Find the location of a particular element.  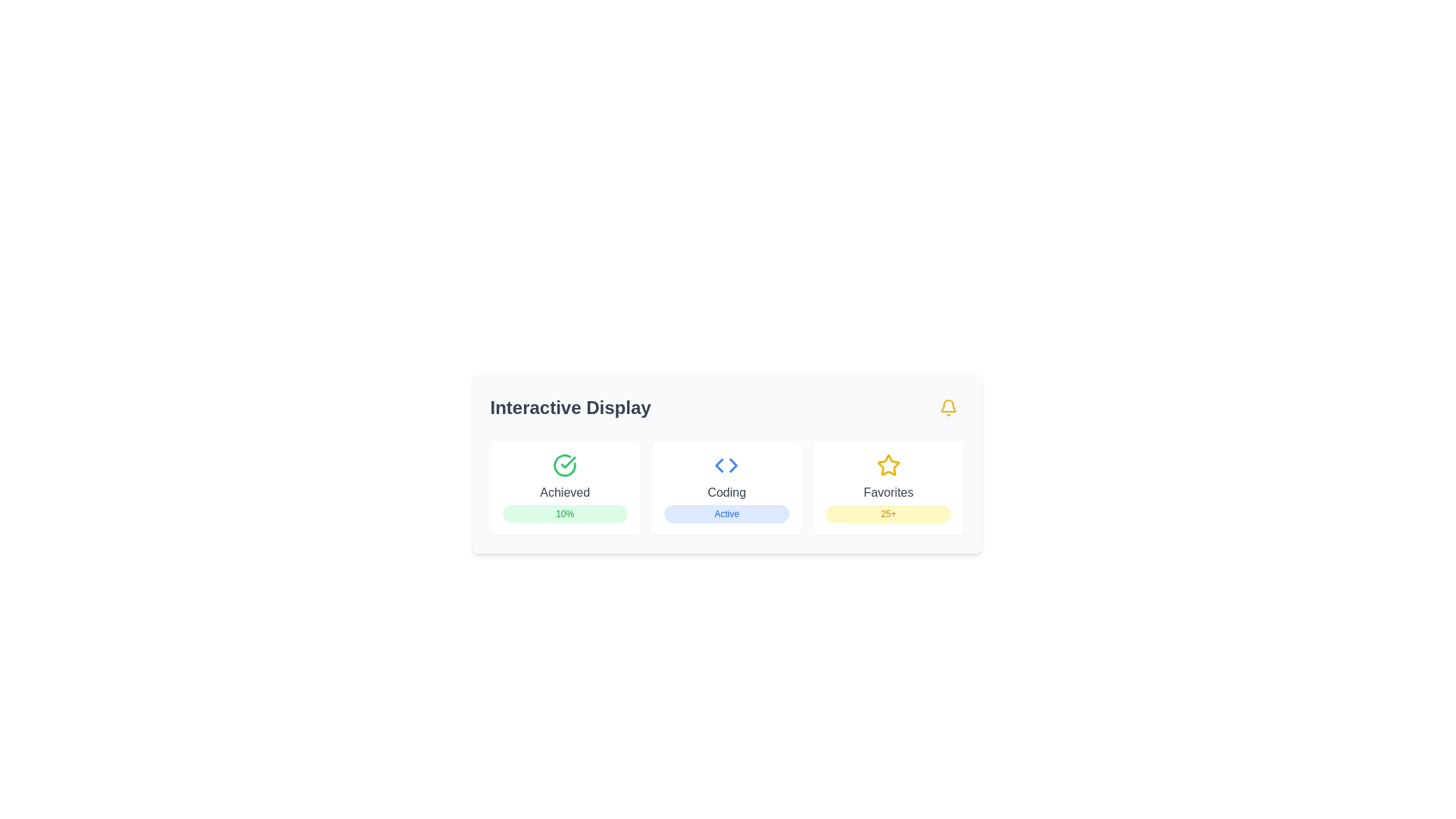

the 'Active' text label styled as a small tag, which is displayed in blue against a light blue rectangular background with rounded corners, located within the bottom section of the 'Coding' card is located at coordinates (726, 513).